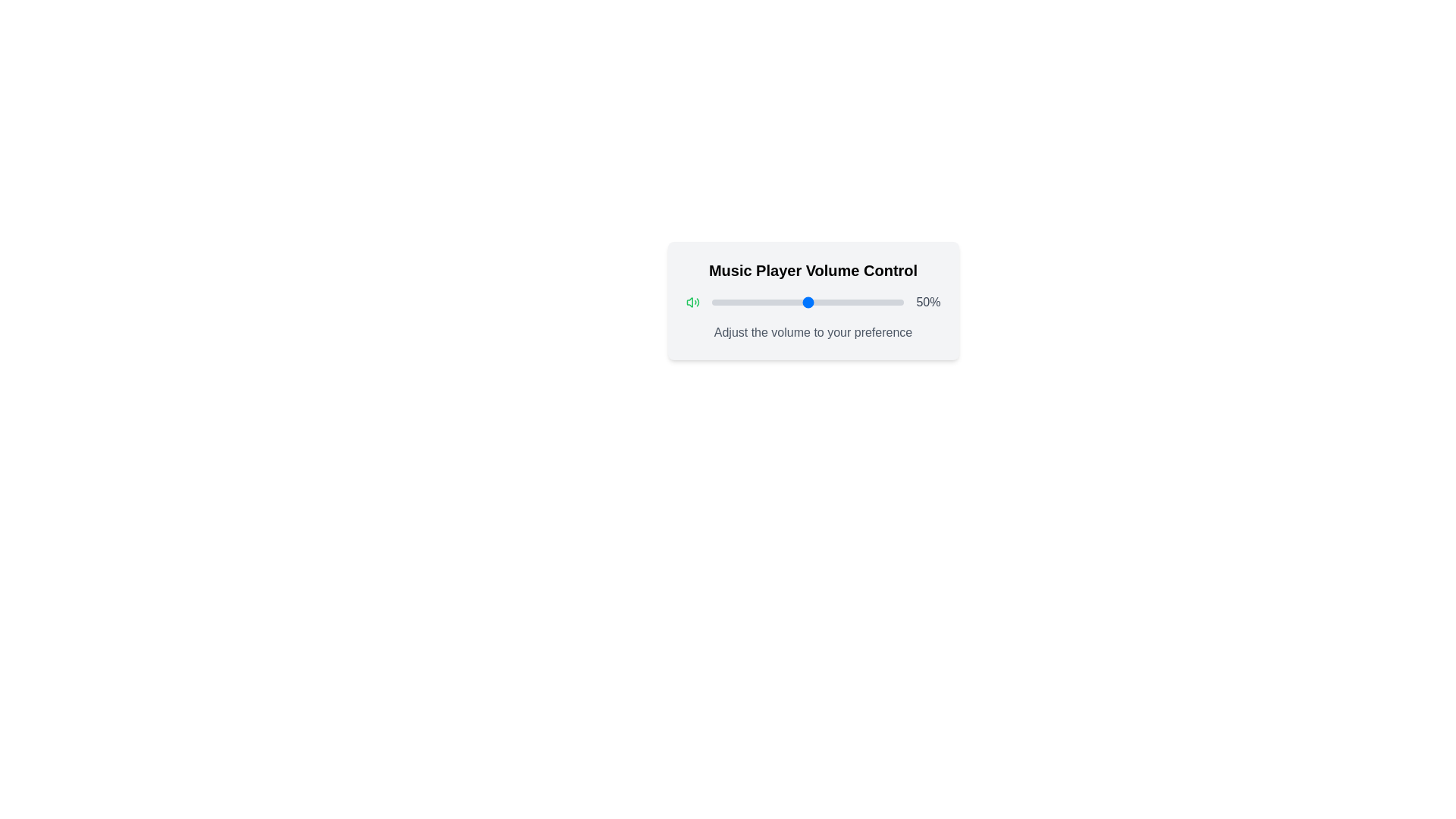  I want to click on the volume slider to 45%, so click(797, 302).